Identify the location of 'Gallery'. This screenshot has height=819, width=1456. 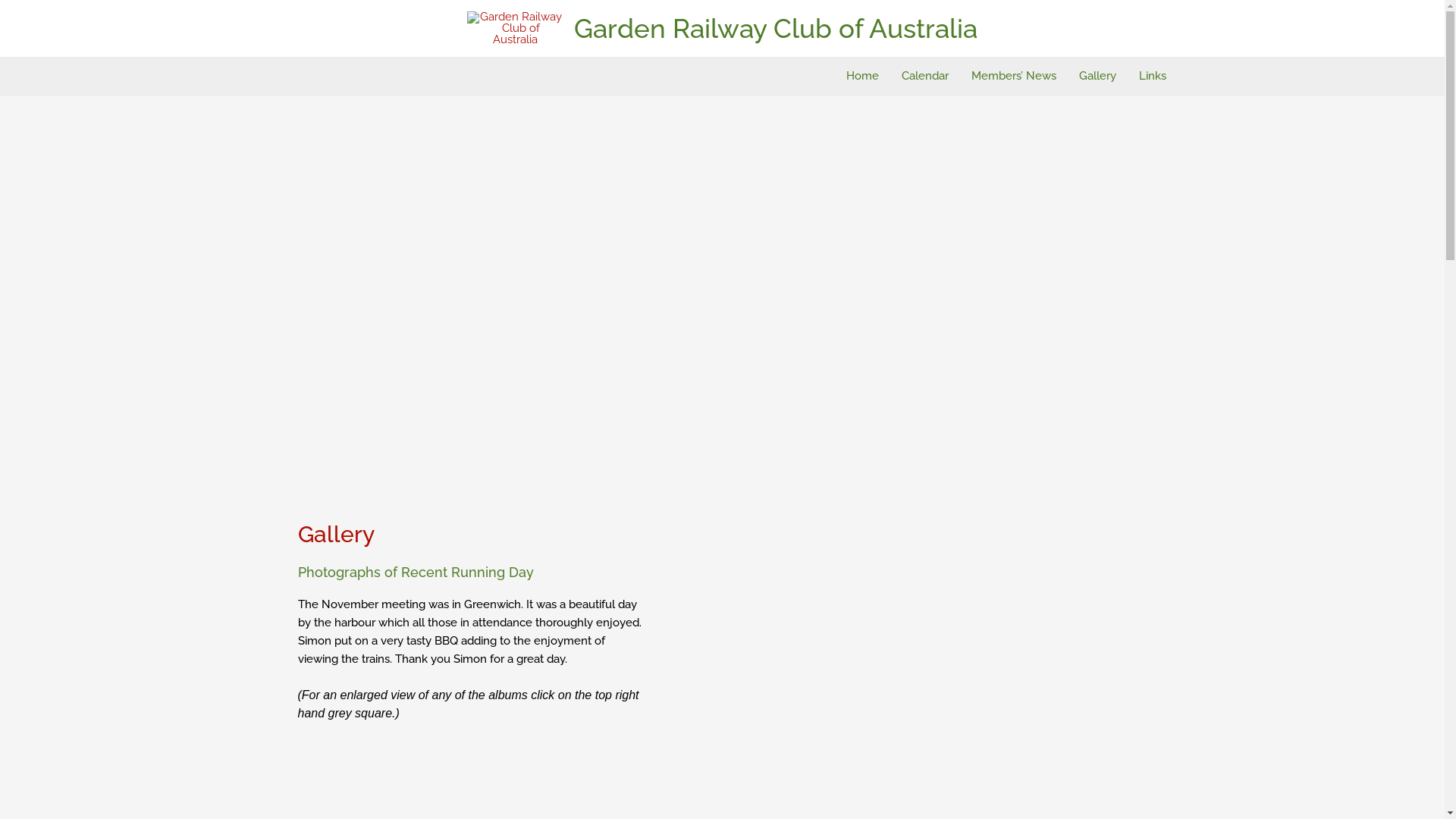
(1097, 76).